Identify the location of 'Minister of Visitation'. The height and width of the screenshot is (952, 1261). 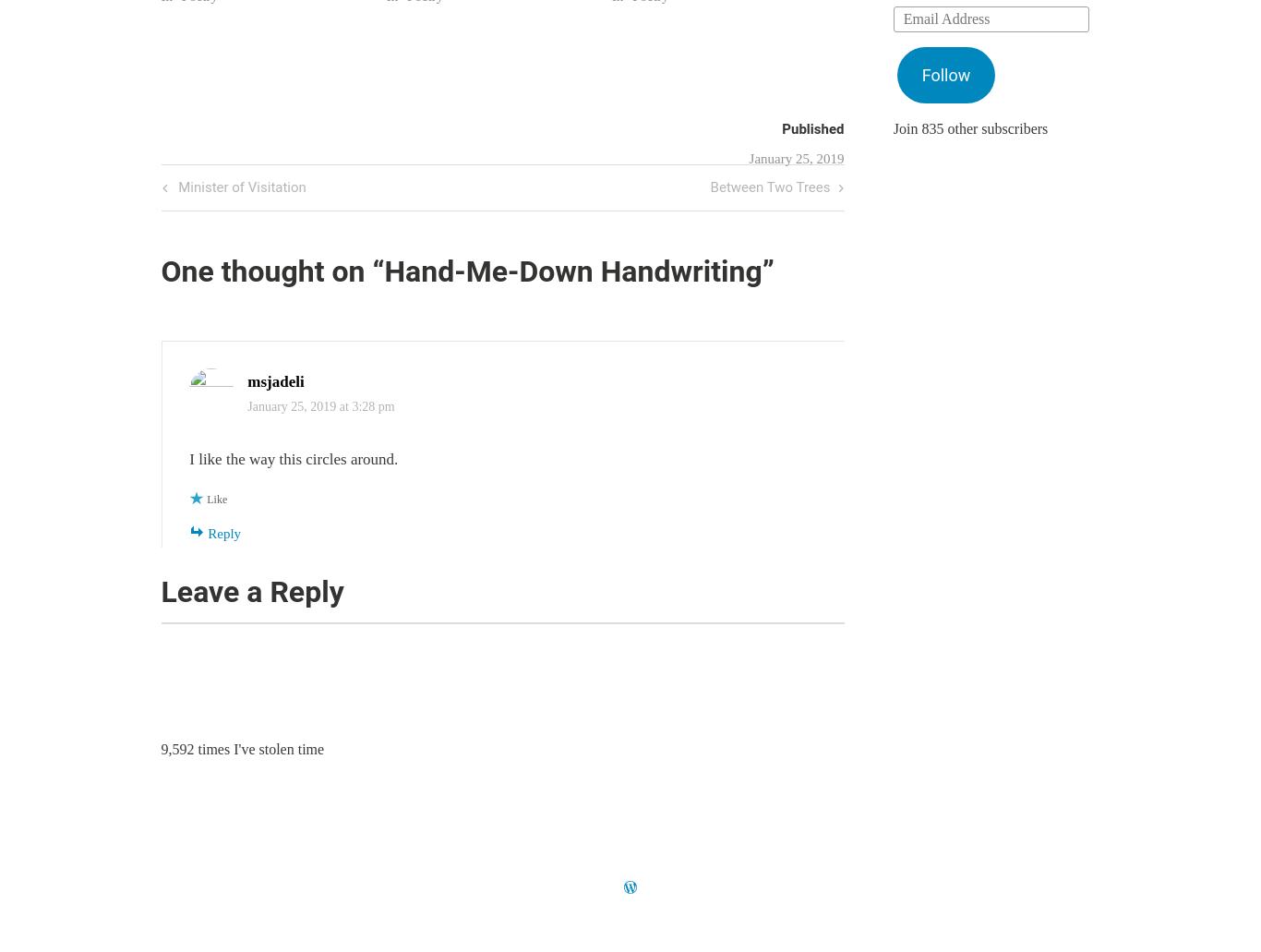
(239, 185).